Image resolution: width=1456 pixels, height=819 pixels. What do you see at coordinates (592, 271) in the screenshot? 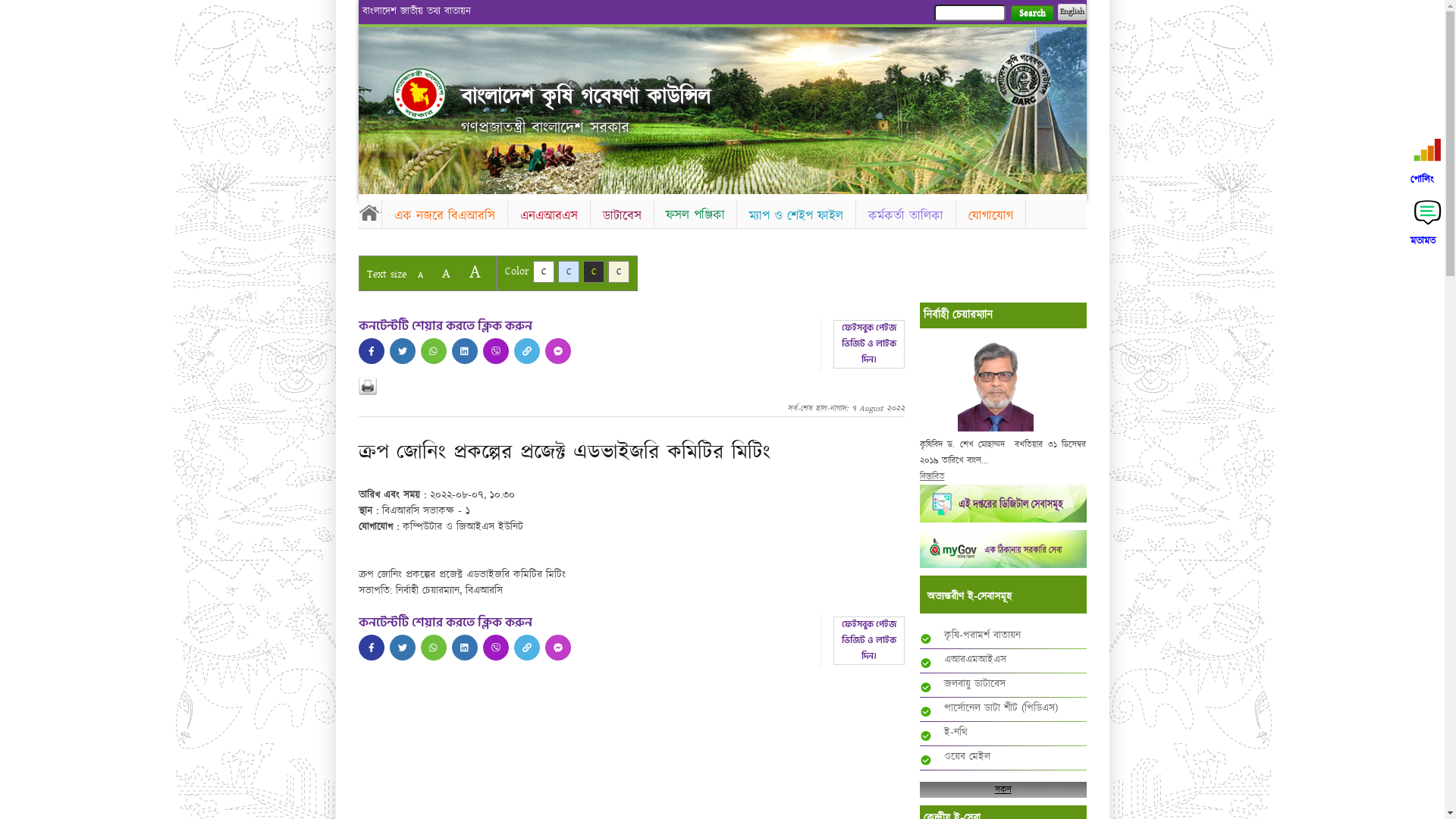
I see `'C'` at bounding box center [592, 271].